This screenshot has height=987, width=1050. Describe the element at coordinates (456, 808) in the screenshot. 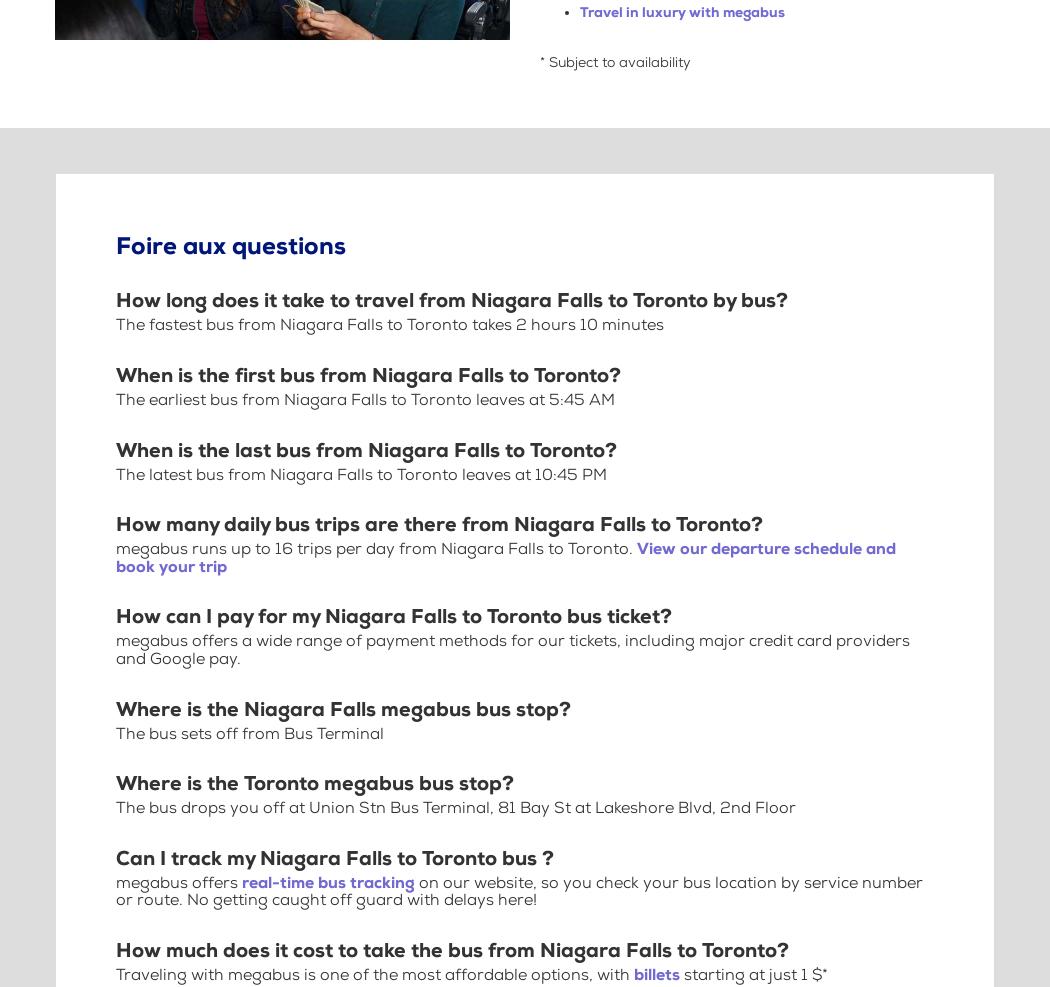

I see `'The bus drops you off at Union Stn Bus Terminal, 81 Bay St at Lakeshore Blvd, 2nd Floor'` at that location.